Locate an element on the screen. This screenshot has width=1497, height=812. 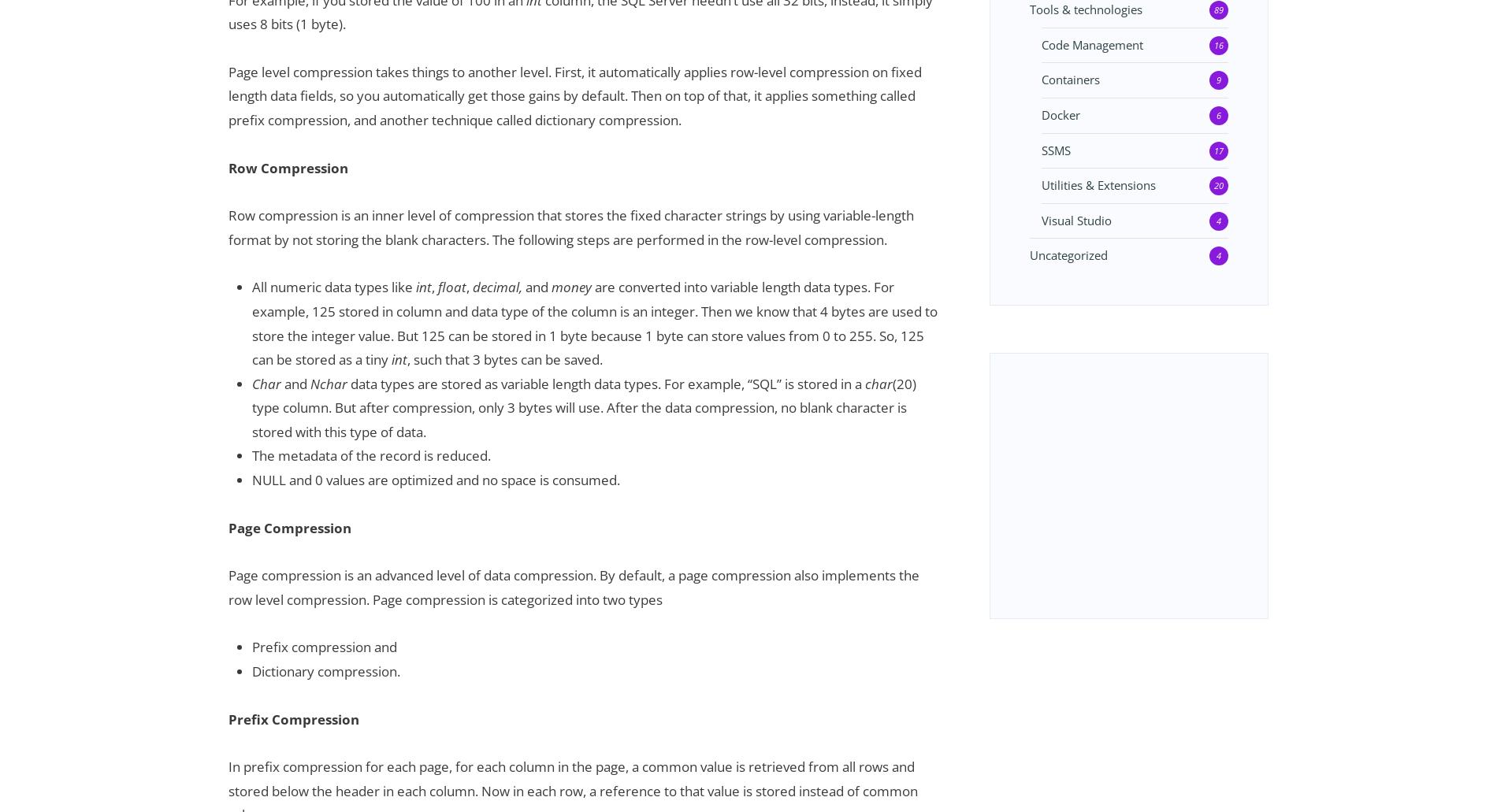
'Prefix Compression' is located at coordinates (292, 718).